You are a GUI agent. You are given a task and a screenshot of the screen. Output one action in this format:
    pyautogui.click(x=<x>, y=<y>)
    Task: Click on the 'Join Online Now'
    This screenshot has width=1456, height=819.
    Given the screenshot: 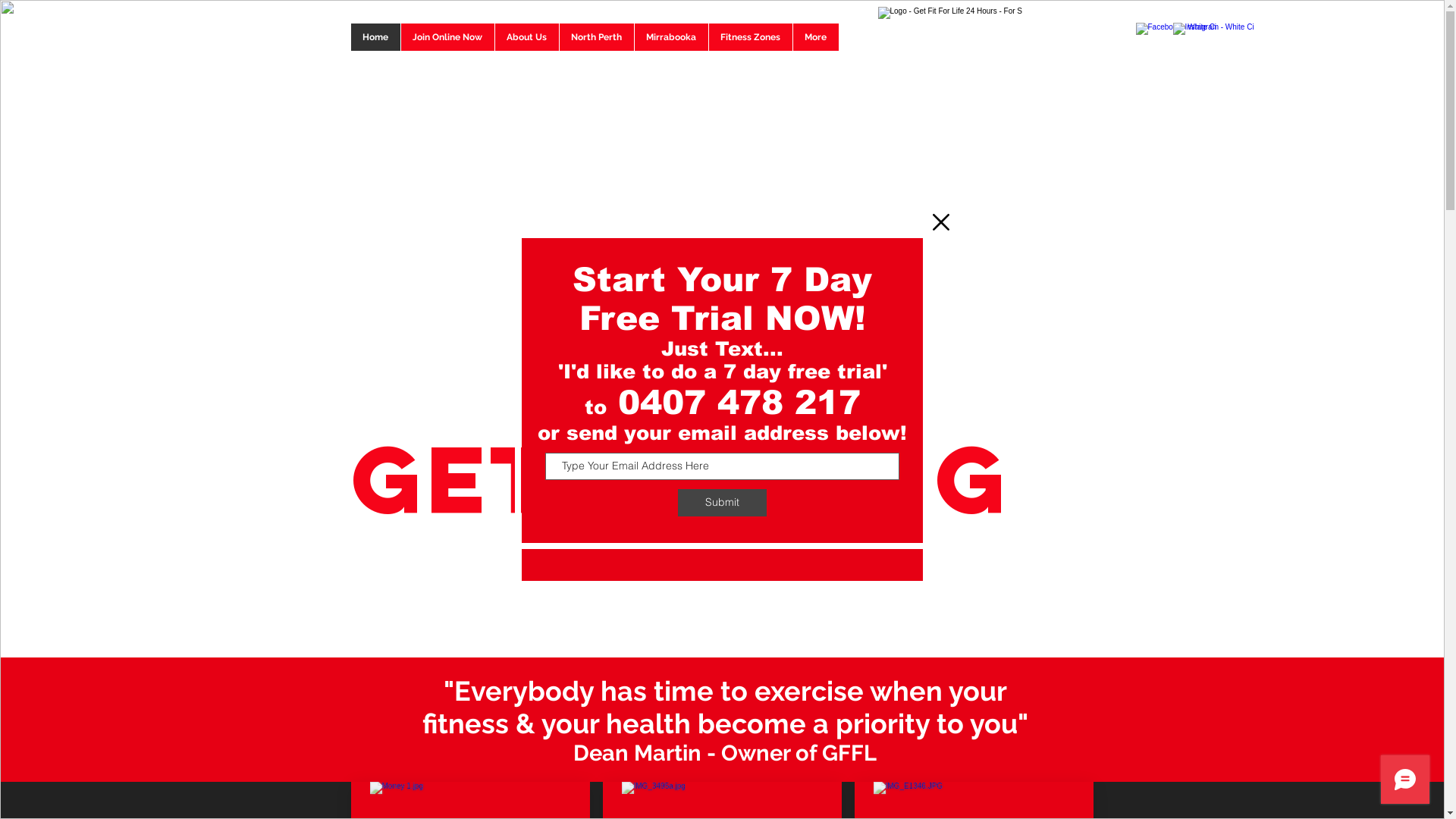 What is the action you would take?
    pyautogui.click(x=447, y=36)
    